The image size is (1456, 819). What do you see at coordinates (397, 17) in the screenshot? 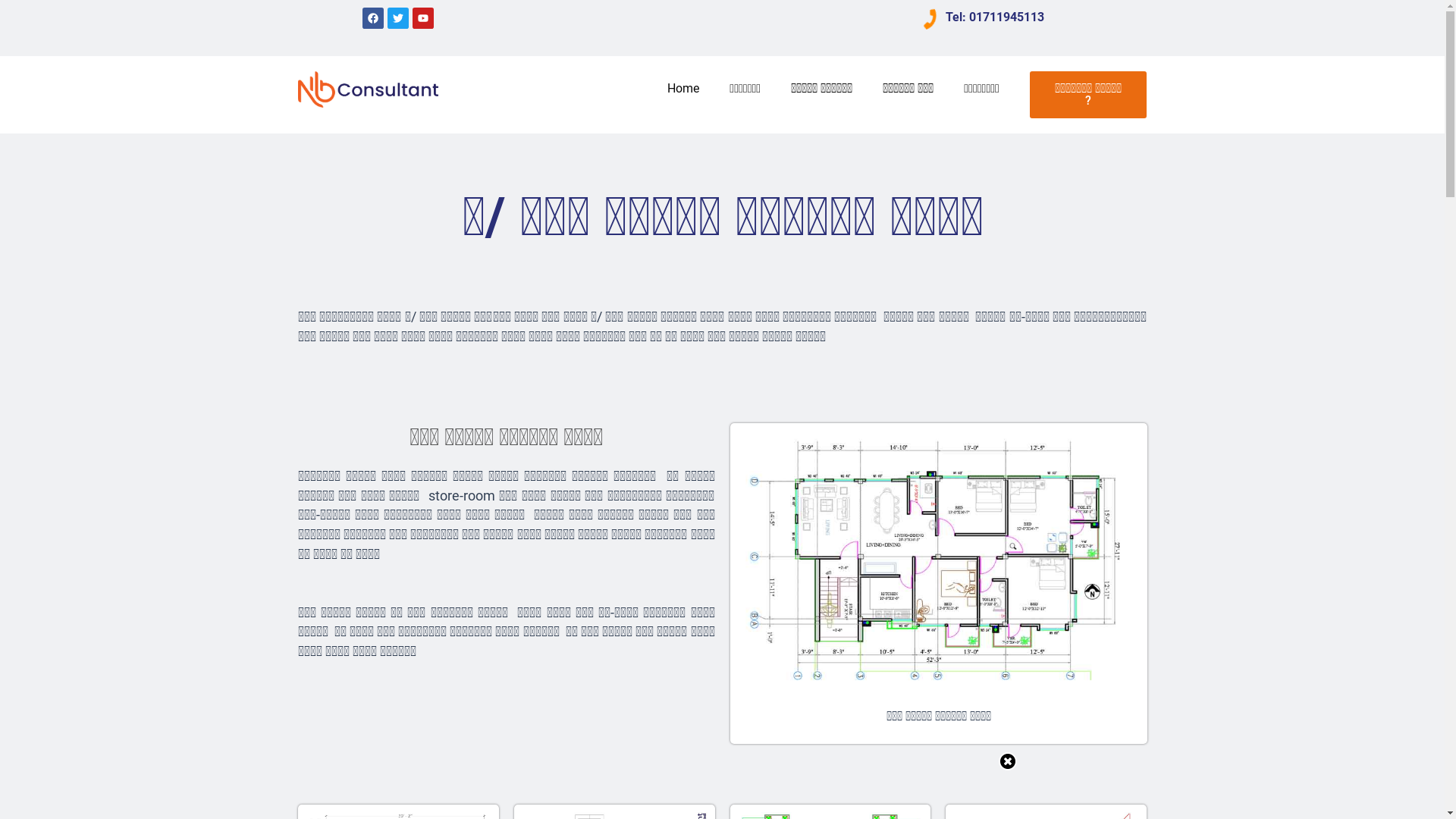
I see `'Twitter'` at bounding box center [397, 17].